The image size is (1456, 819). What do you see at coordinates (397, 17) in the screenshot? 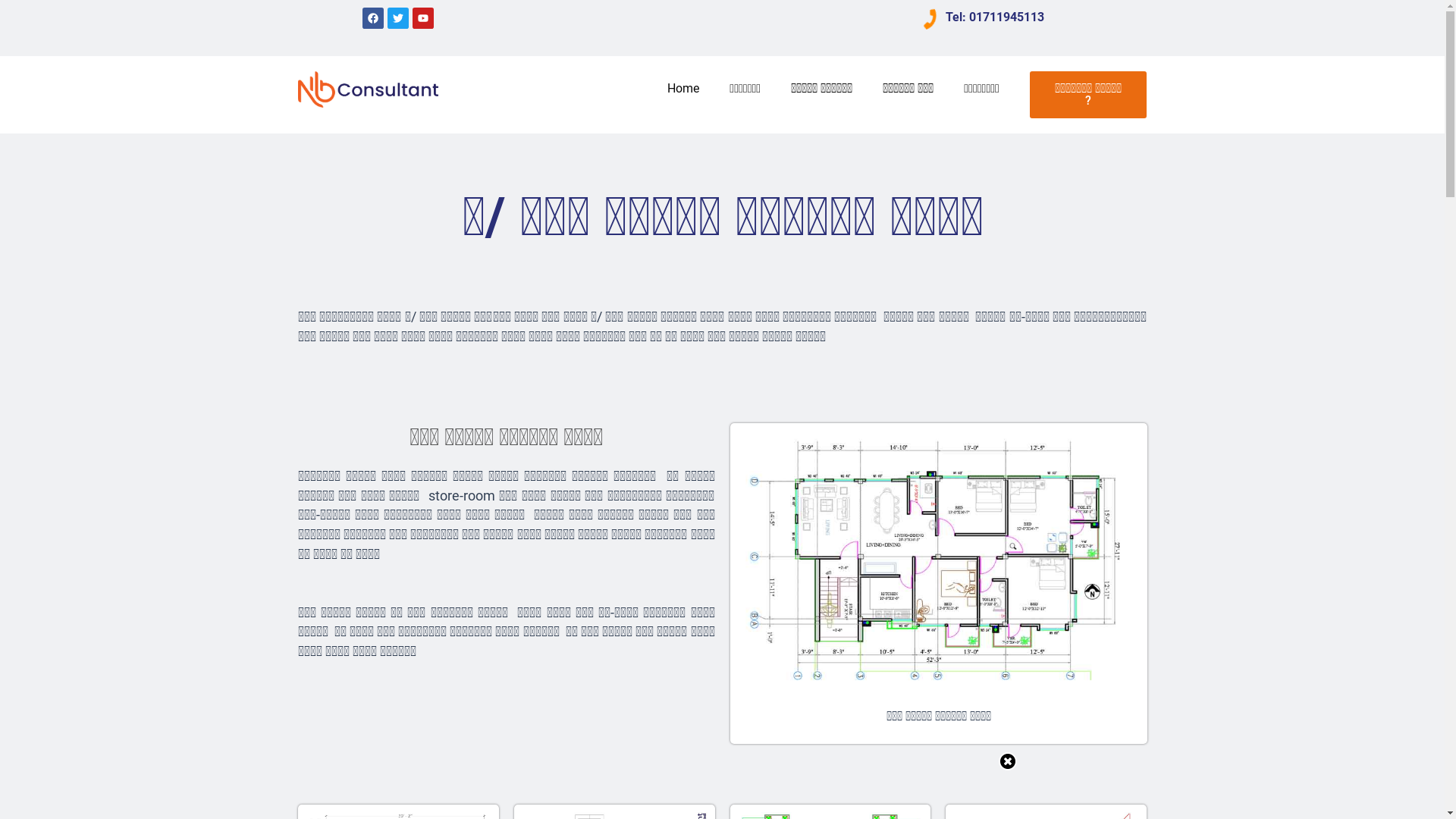
I see `'Twitter'` at bounding box center [397, 17].